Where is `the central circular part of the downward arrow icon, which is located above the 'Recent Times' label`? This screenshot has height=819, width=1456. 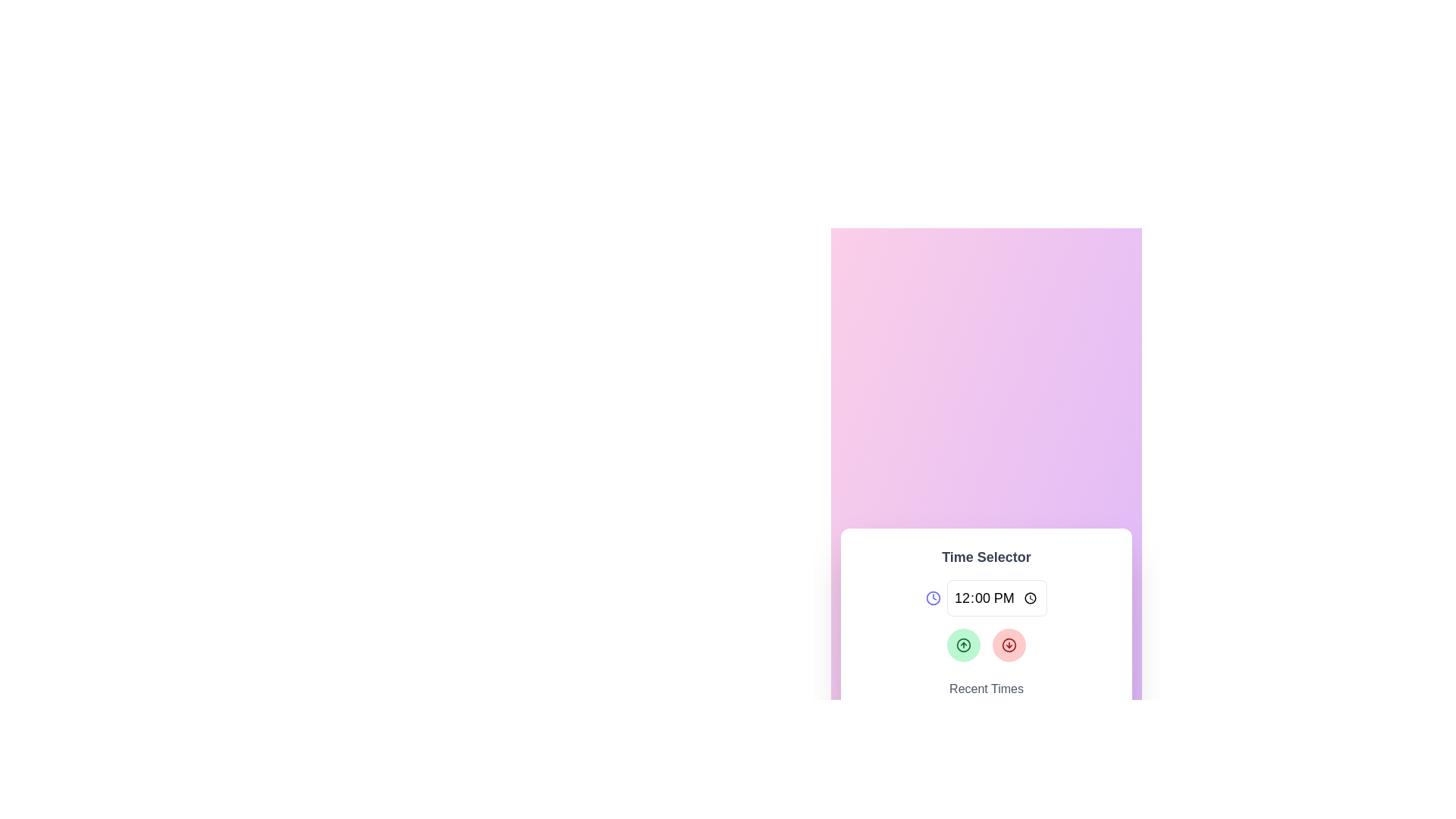 the central circular part of the downward arrow icon, which is located above the 'Recent Times' label is located at coordinates (1009, 645).